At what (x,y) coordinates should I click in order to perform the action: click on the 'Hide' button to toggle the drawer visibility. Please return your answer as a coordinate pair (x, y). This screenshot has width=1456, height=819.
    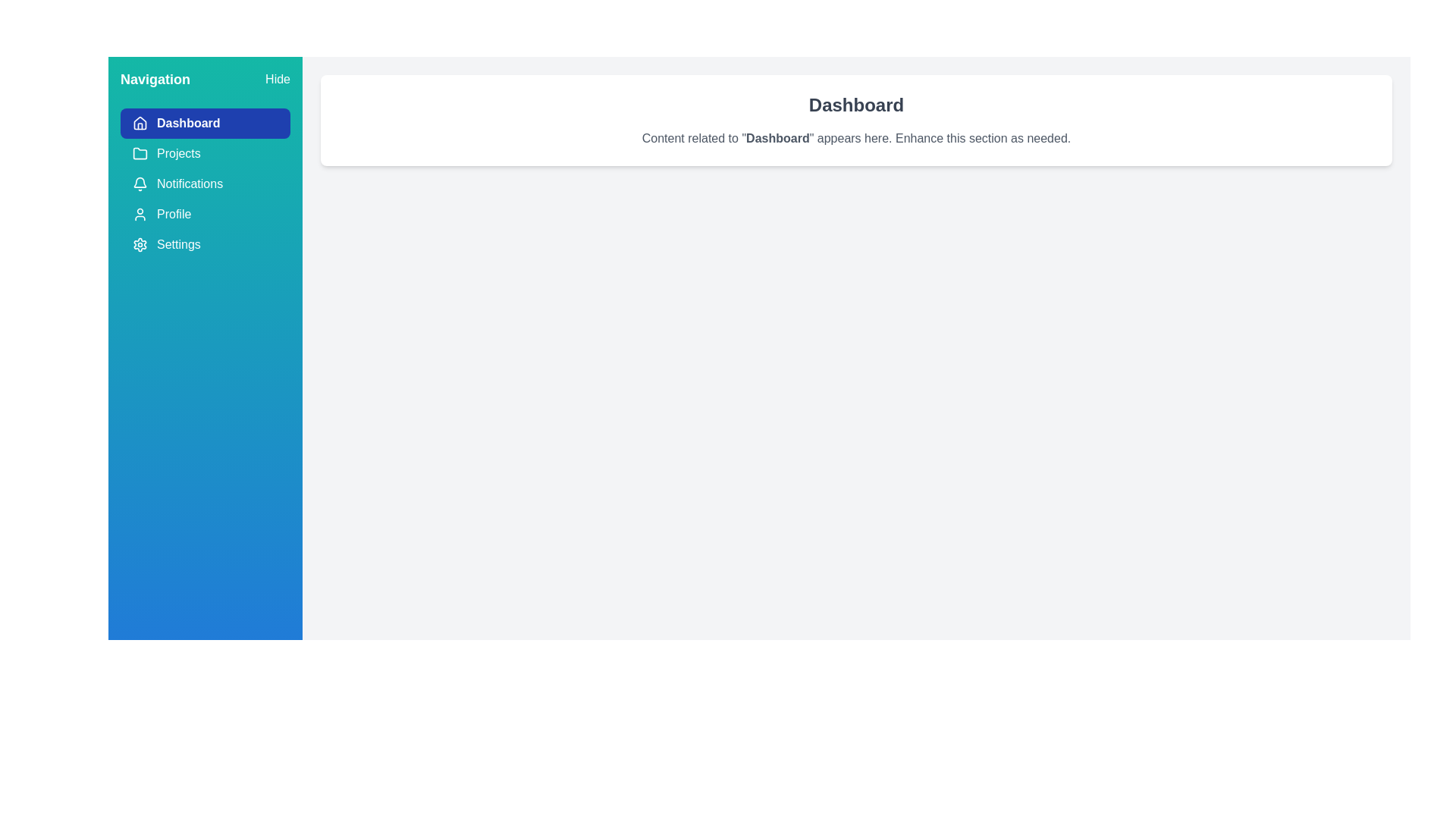
    Looking at the image, I should click on (277, 79).